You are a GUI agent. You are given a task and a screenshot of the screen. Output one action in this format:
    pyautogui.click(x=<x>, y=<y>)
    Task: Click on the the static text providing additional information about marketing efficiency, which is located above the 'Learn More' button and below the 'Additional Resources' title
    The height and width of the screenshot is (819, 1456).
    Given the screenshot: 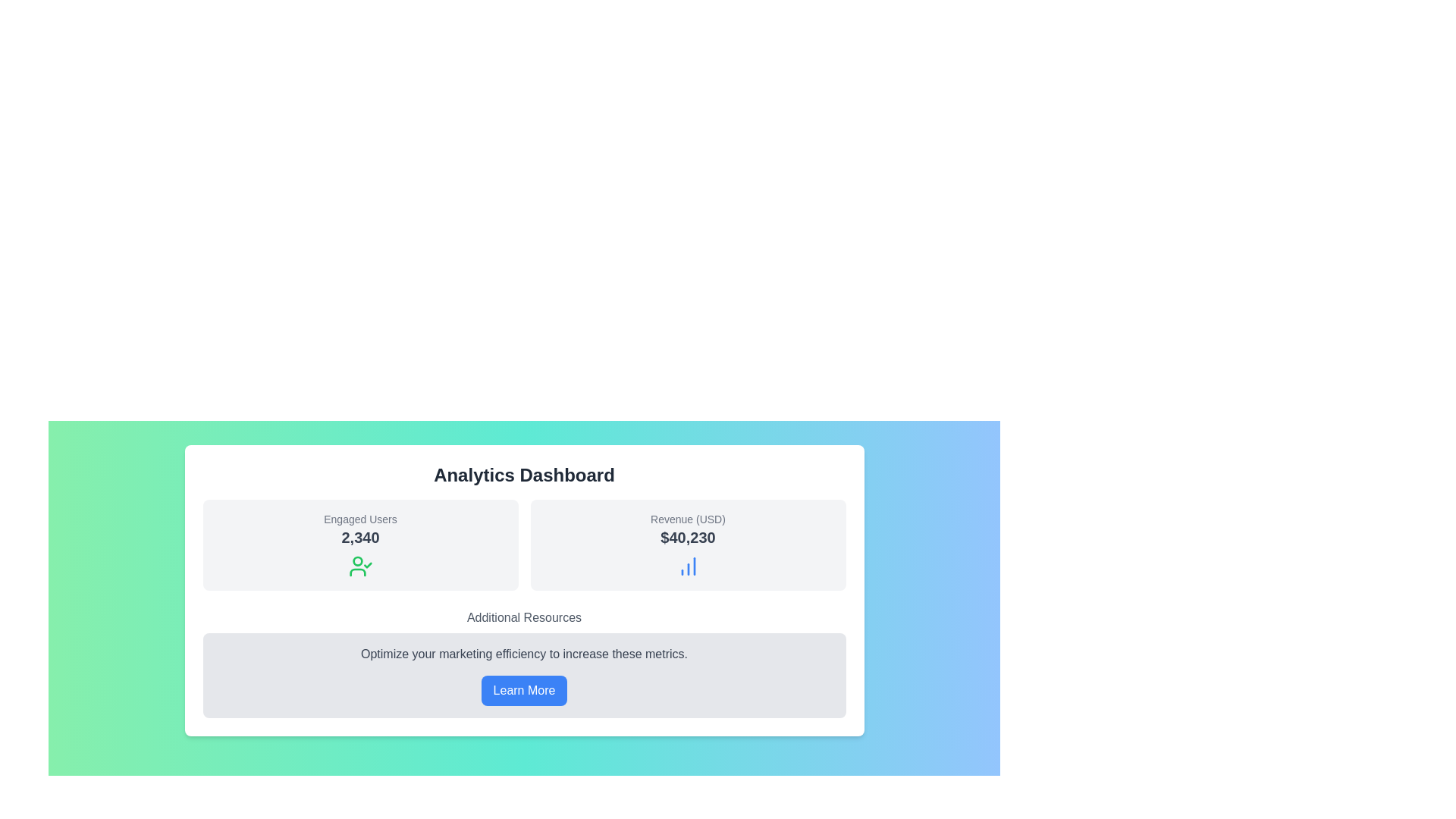 What is the action you would take?
    pyautogui.click(x=524, y=654)
    